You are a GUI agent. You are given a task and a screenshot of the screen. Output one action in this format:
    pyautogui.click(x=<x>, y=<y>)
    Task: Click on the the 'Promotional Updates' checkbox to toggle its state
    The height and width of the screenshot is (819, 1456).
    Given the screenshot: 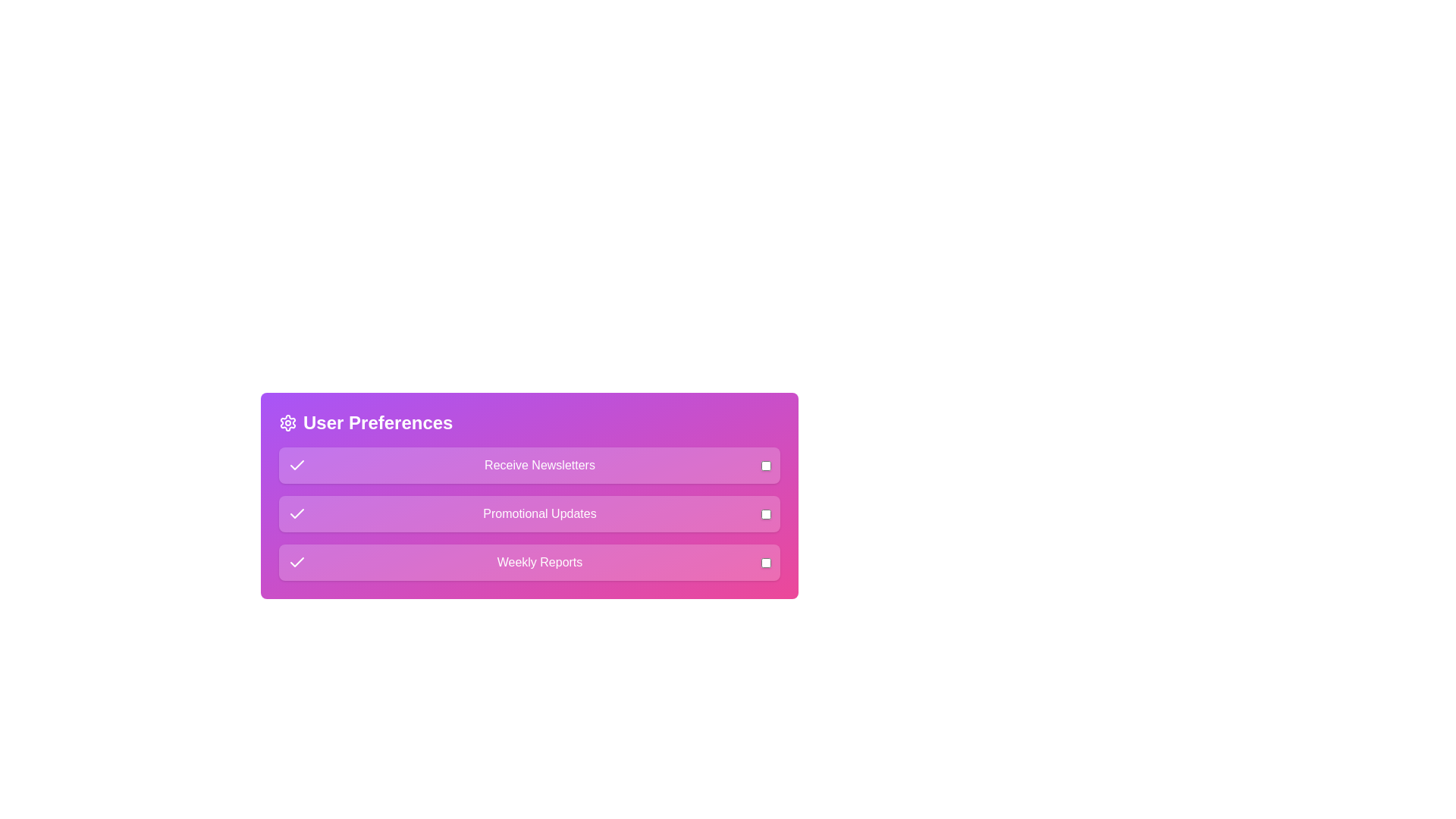 What is the action you would take?
    pyautogui.click(x=766, y=513)
    